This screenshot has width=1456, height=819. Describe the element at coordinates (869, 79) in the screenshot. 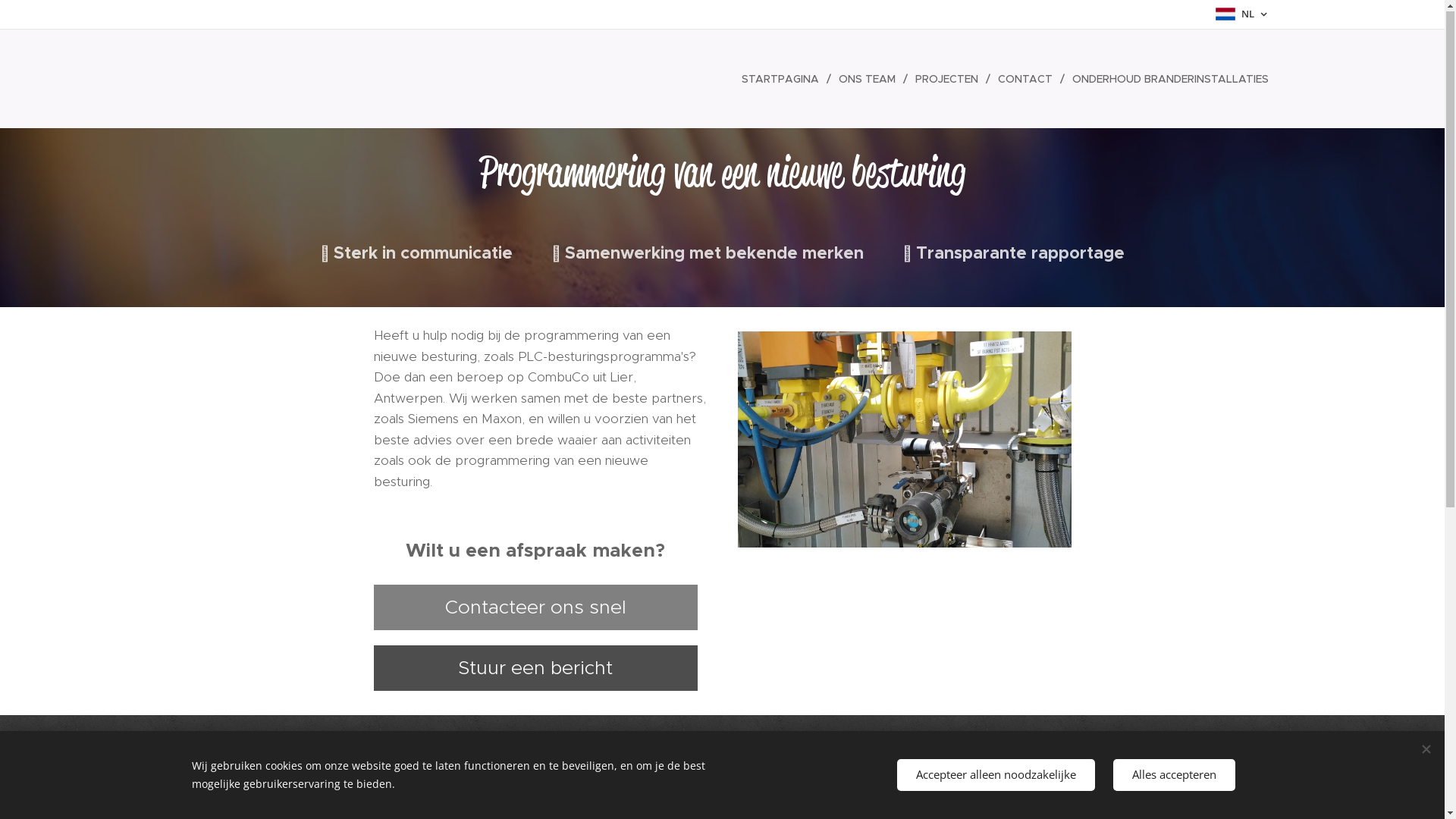

I see `'ONS TEAM'` at that location.